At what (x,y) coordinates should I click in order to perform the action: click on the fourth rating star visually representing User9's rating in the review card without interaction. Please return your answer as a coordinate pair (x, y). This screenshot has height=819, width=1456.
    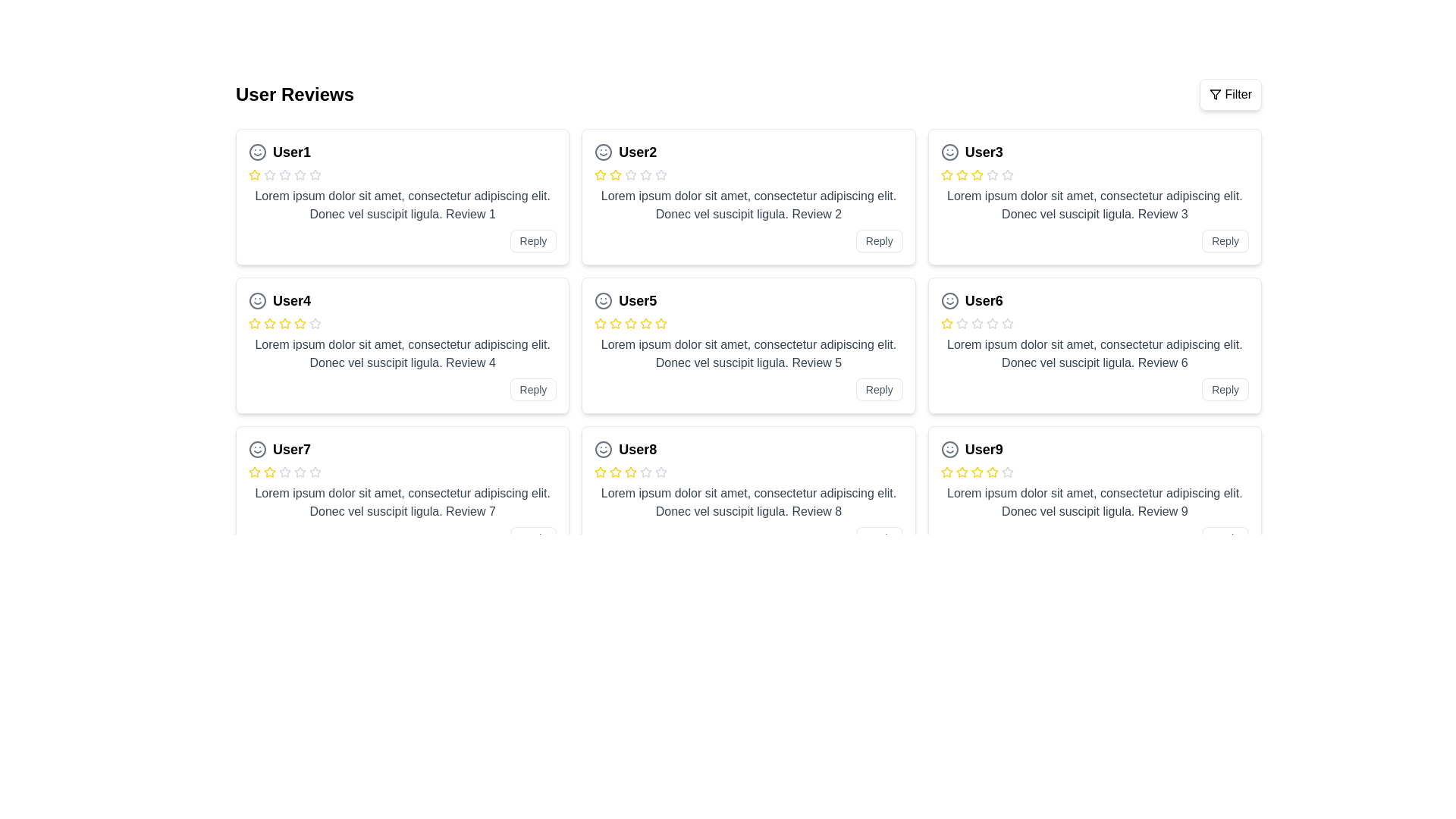
    Looking at the image, I should click on (946, 471).